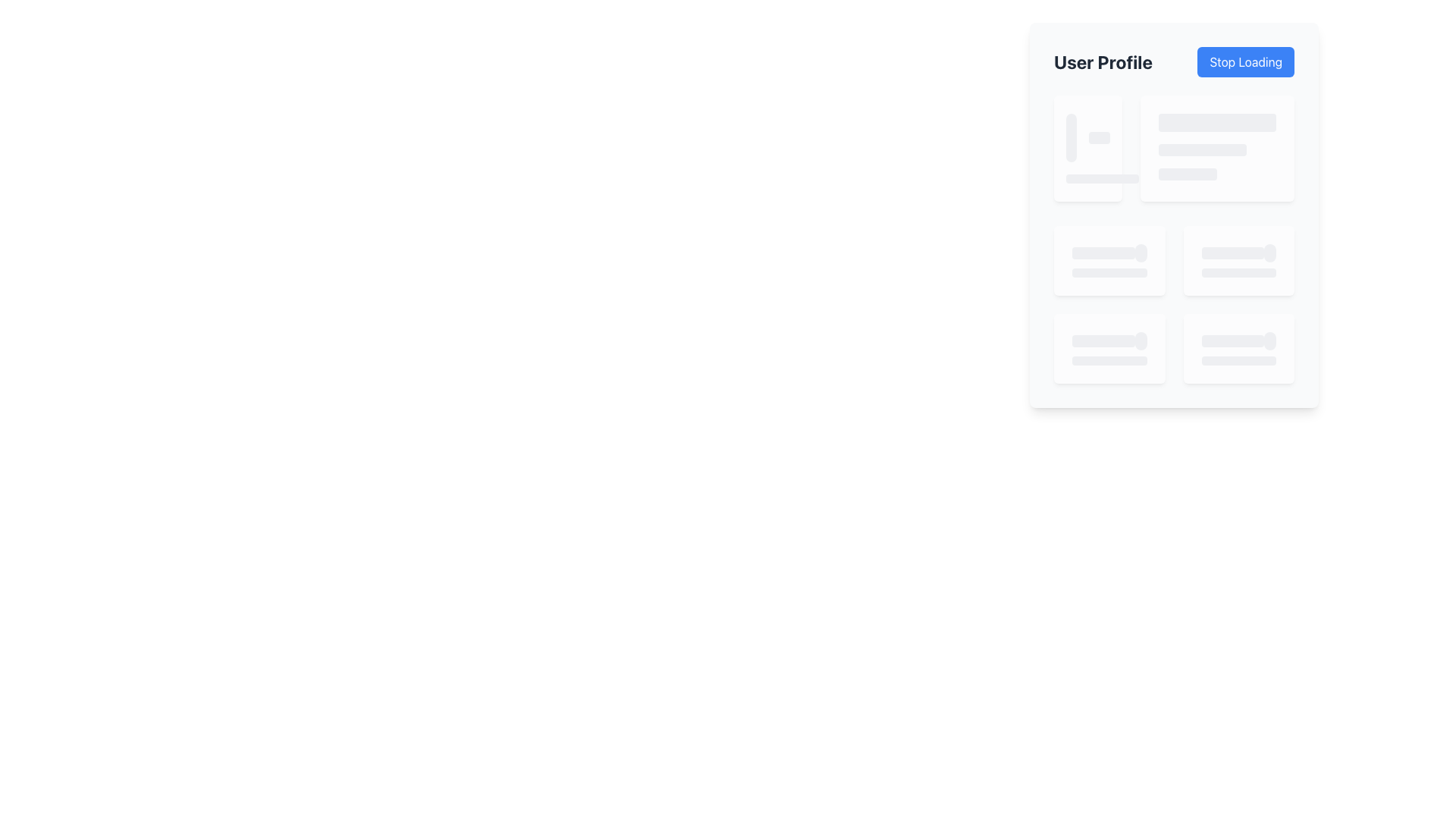 This screenshot has width=1456, height=819. I want to click on the decorative placeholder or progress bar, which is a horizontal bar-like shape with rounded ends, colored in light gray, positioned within a rectangular card-like area towards the middle-right of the user interface, so click(1103, 253).